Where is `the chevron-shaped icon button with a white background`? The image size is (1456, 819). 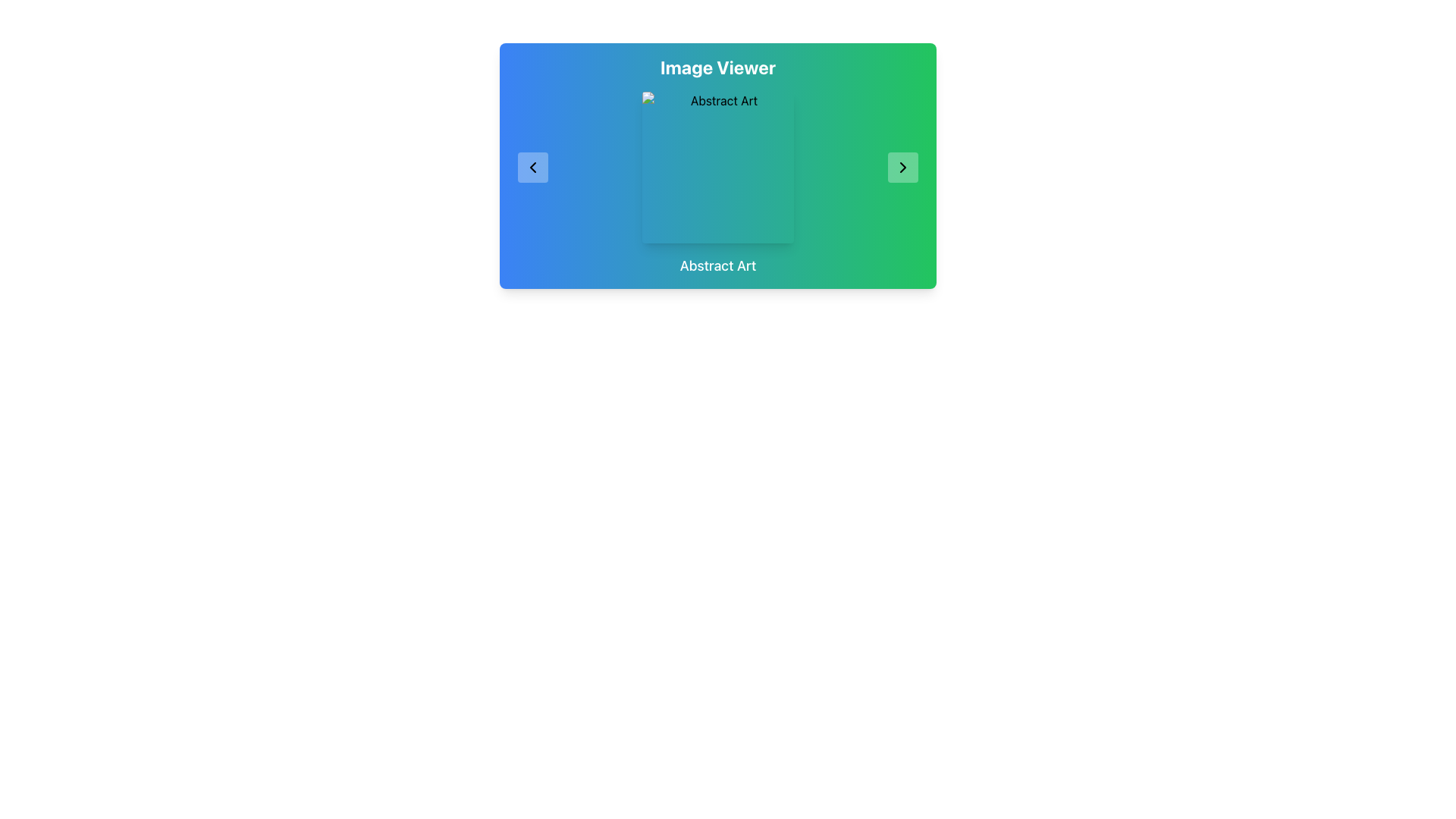
the chevron-shaped icon button with a white background is located at coordinates (532, 167).